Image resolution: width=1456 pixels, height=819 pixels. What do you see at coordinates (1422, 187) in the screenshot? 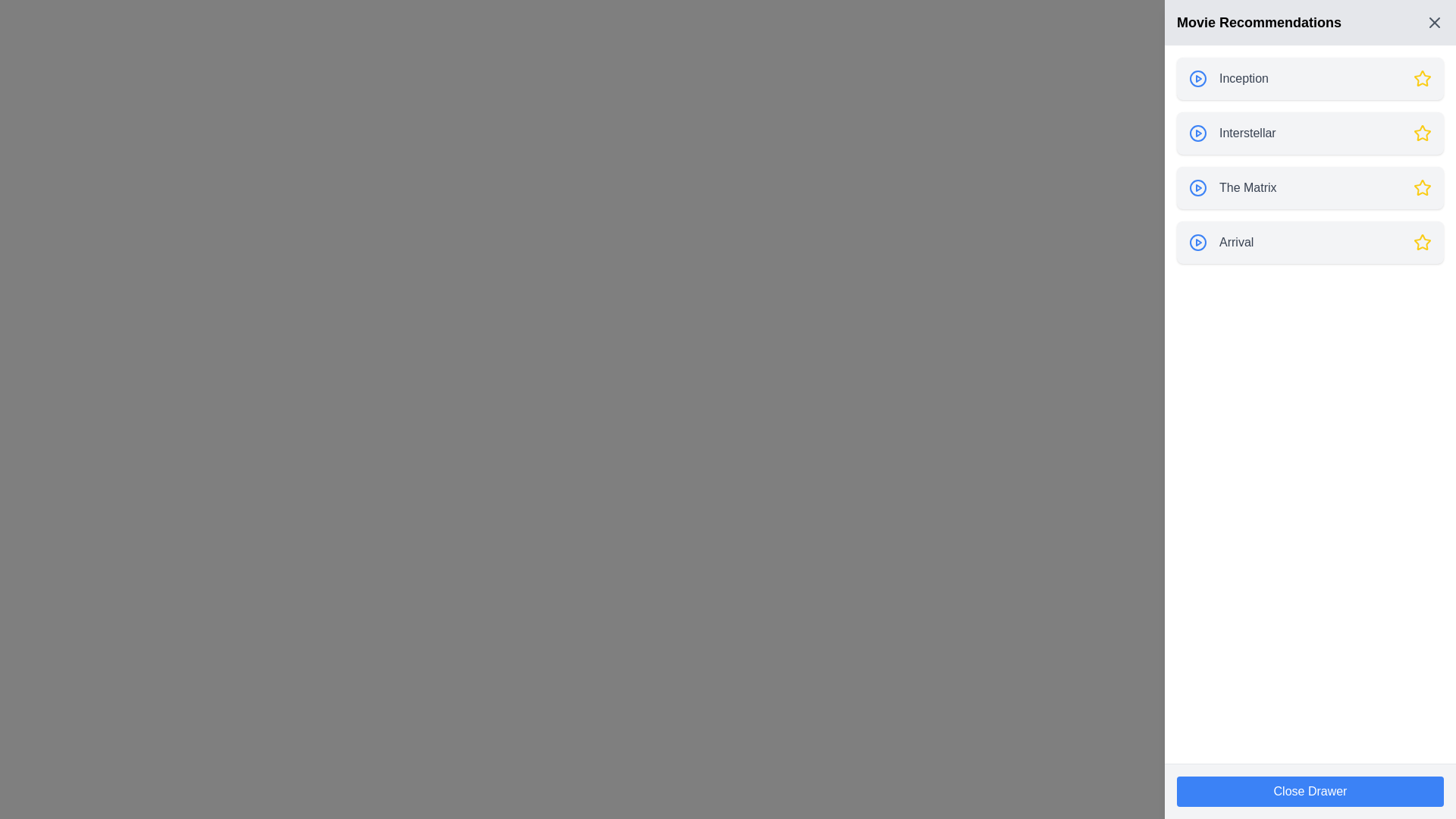
I see `the fourth star icon in the Movie Recommendations sidebar` at bounding box center [1422, 187].